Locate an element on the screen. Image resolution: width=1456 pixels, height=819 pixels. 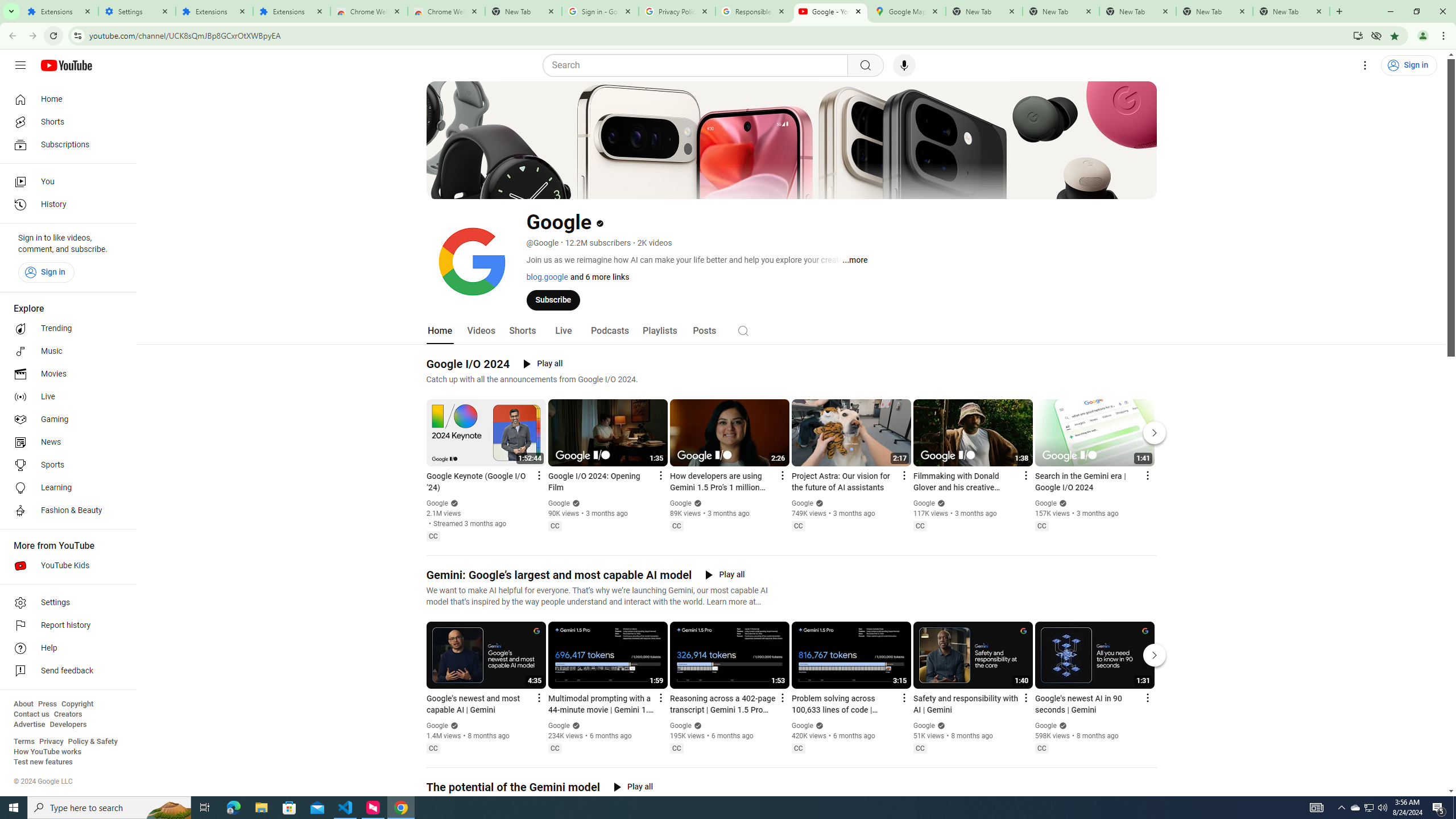
'Developers' is located at coordinates (68, 723).